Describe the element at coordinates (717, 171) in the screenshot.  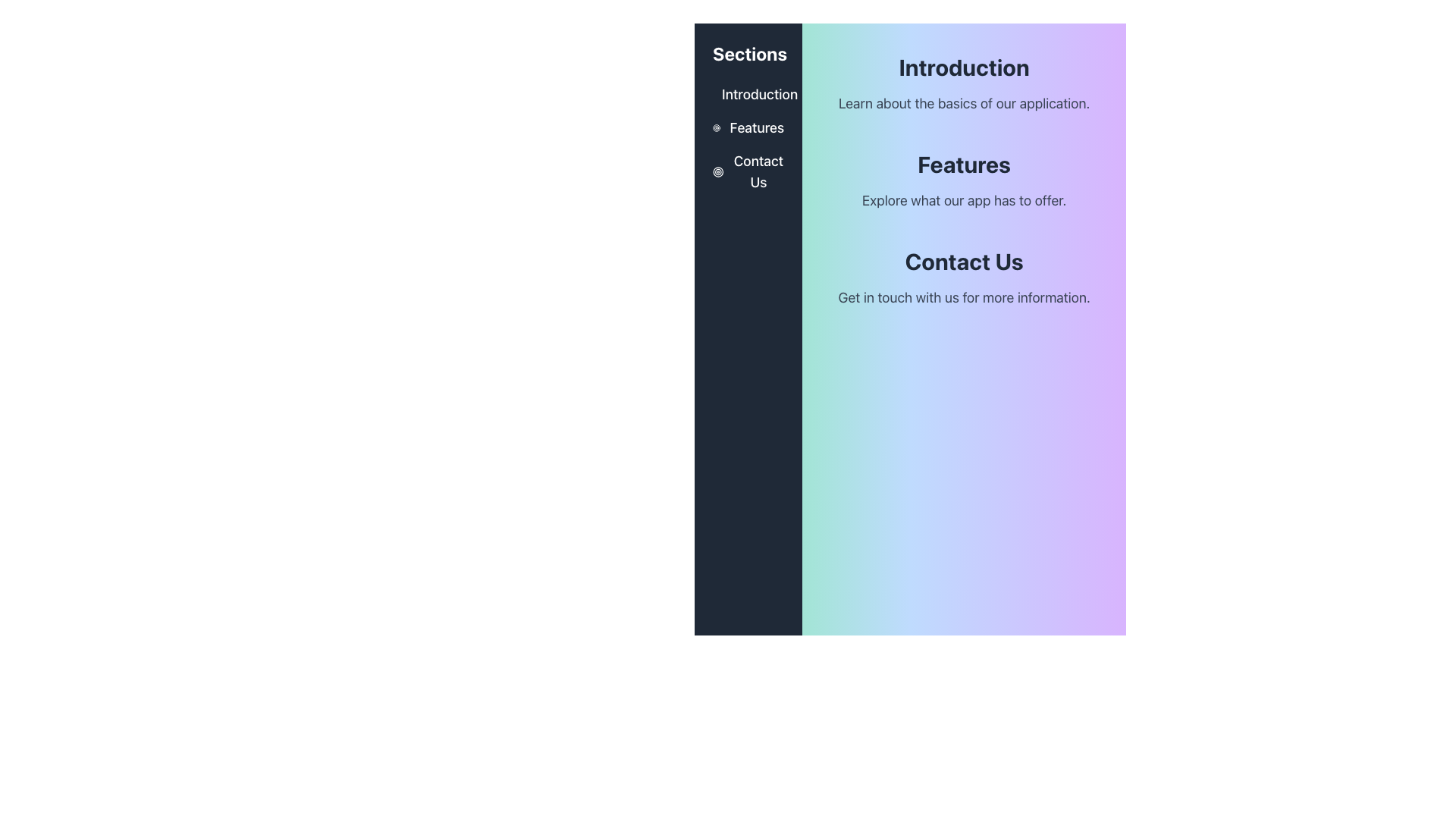
I see `the 'Contact Us' icon located directly to the left of the 'Contact Us' text in the navigation list on the dark left panel` at that location.